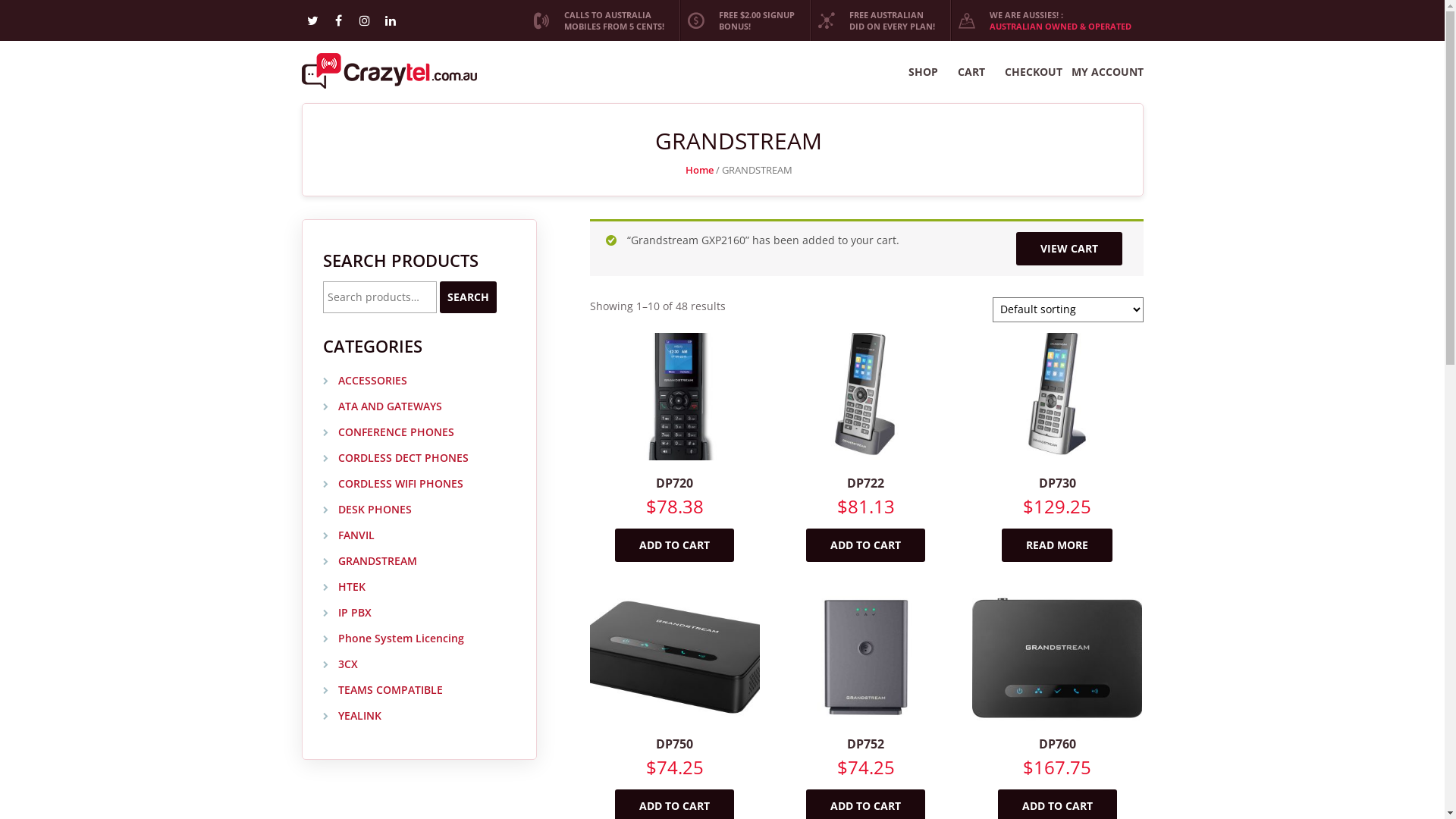  Describe the element at coordinates (346, 612) in the screenshot. I see `'IP PBX'` at that location.